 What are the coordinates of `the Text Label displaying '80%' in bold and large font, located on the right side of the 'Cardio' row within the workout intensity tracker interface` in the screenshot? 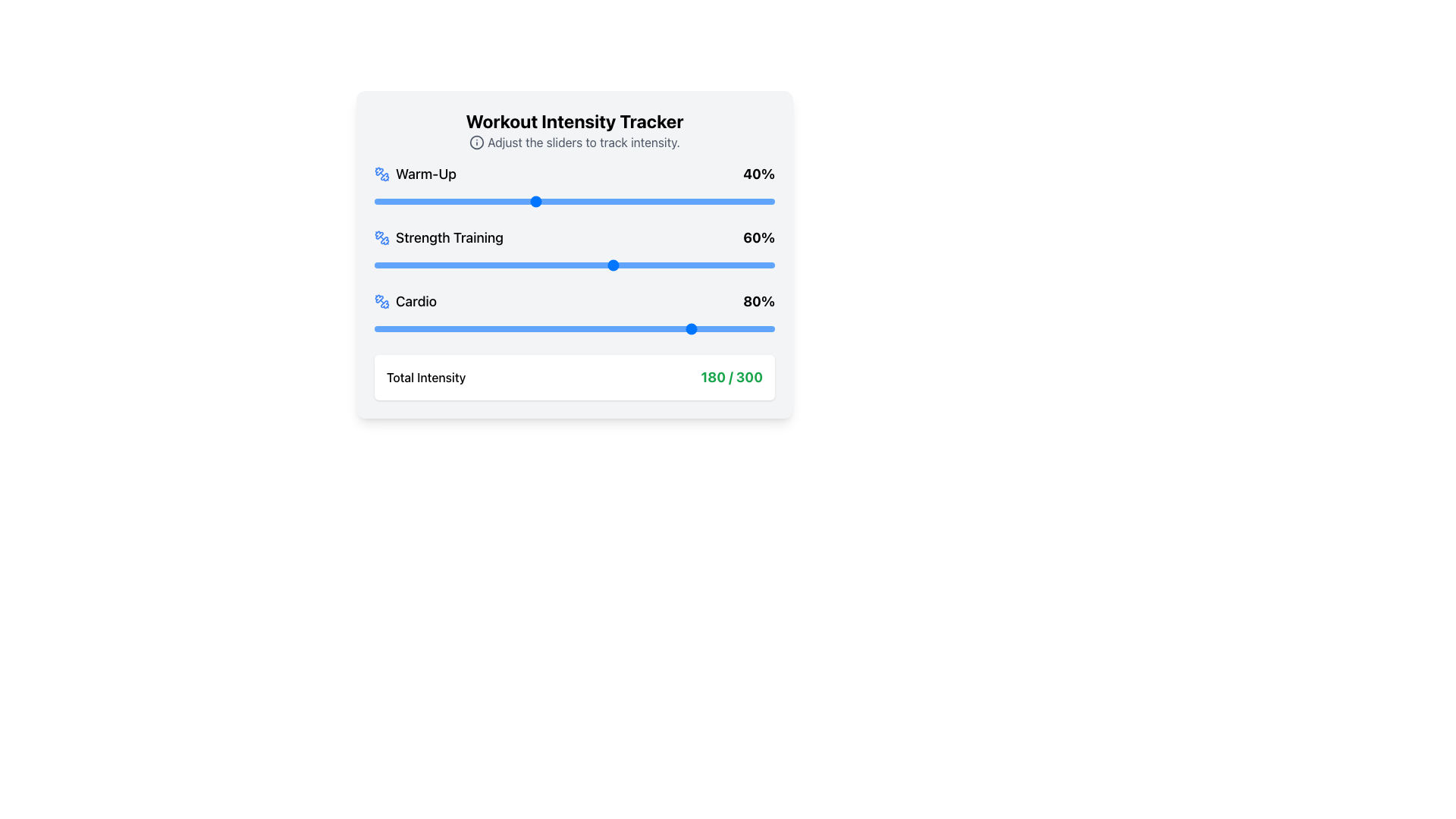 It's located at (759, 301).